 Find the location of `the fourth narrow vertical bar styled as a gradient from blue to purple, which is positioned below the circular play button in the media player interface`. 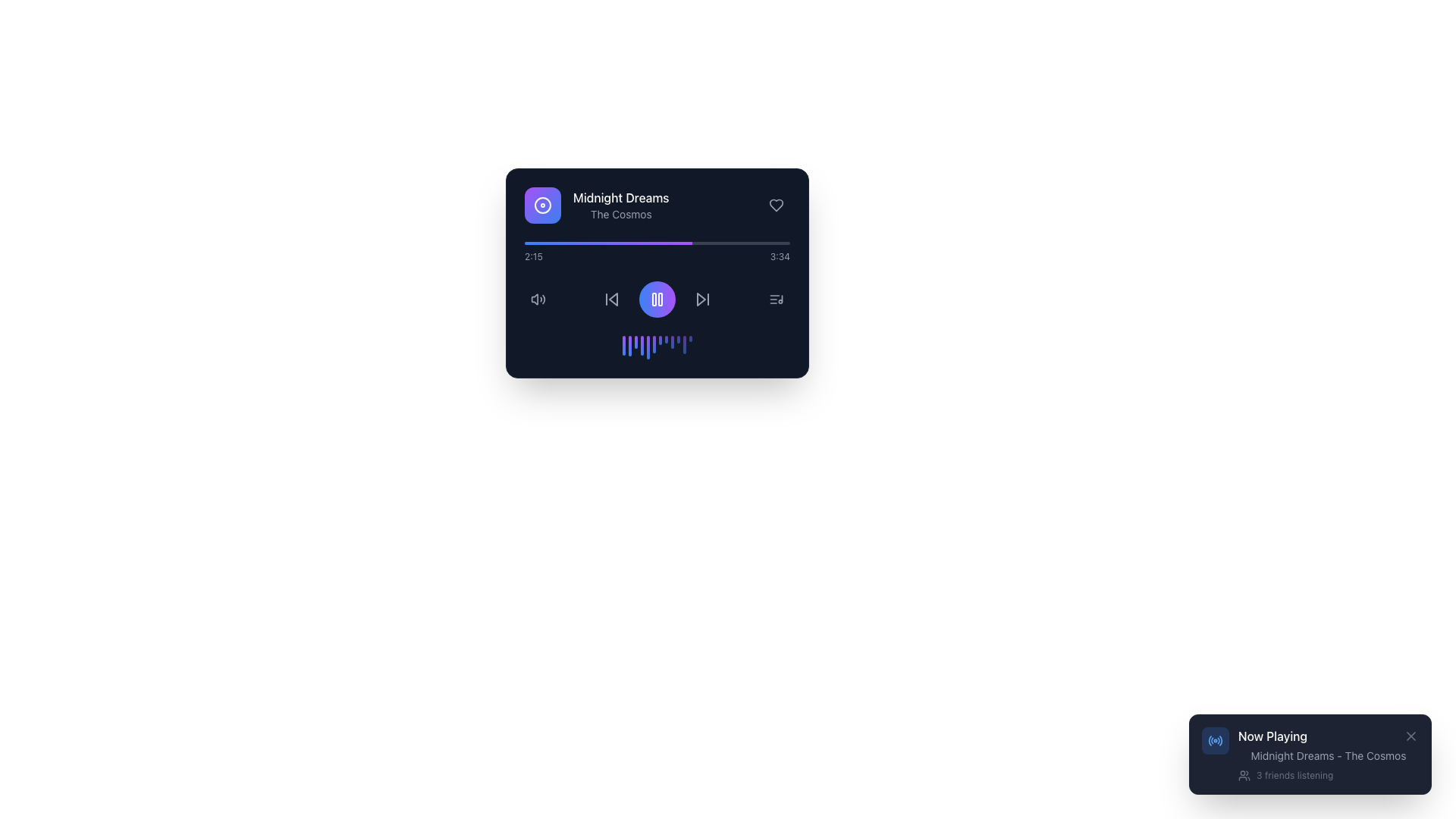

the fourth narrow vertical bar styled as a gradient from blue to purple, which is positioned below the circular play button in the media player interface is located at coordinates (642, 345).